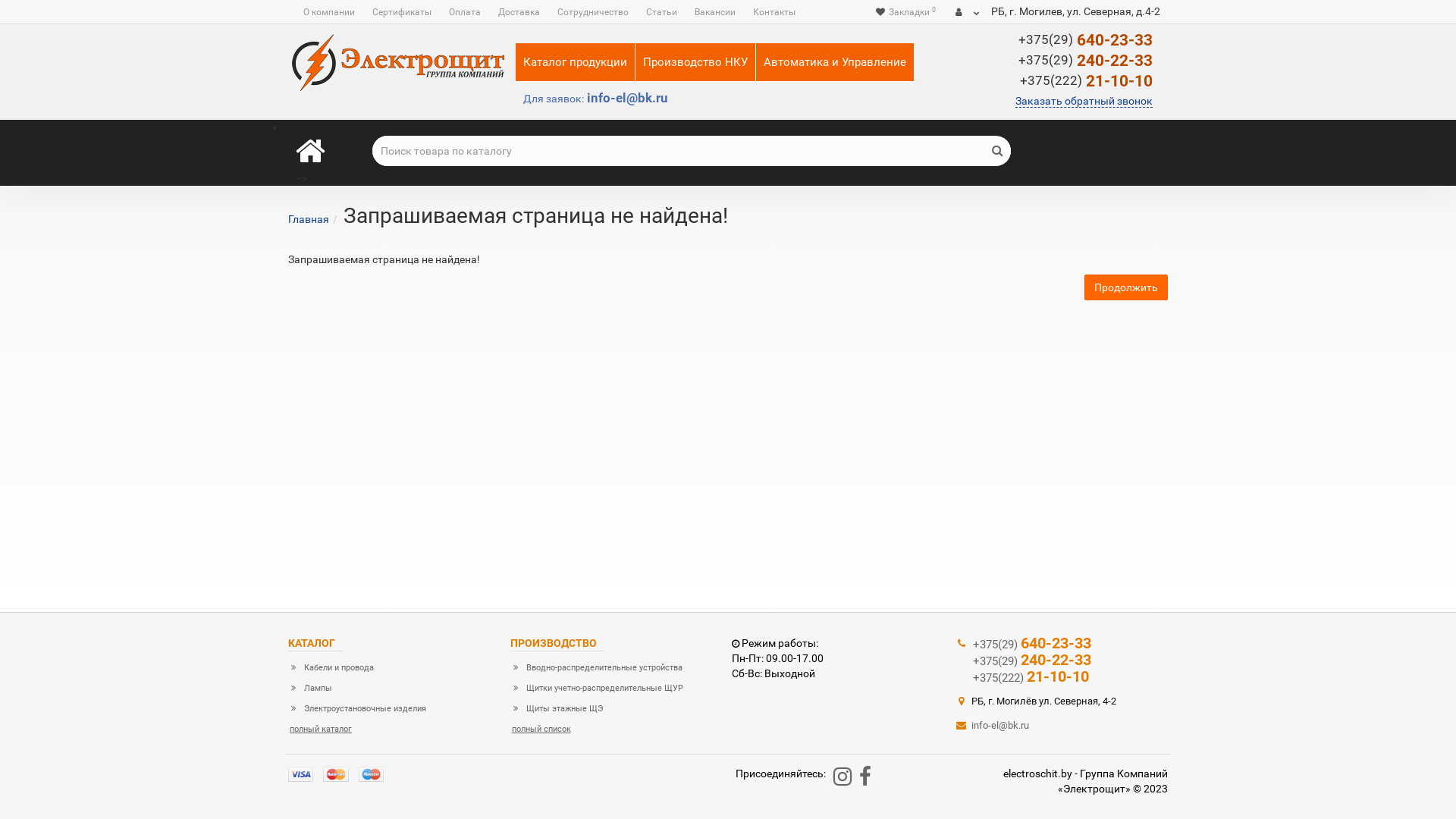 Image resolution: width=1456 pixels, height=819 pixels. I want to click on '+375(29) 640-23-33', so click(971, 643).